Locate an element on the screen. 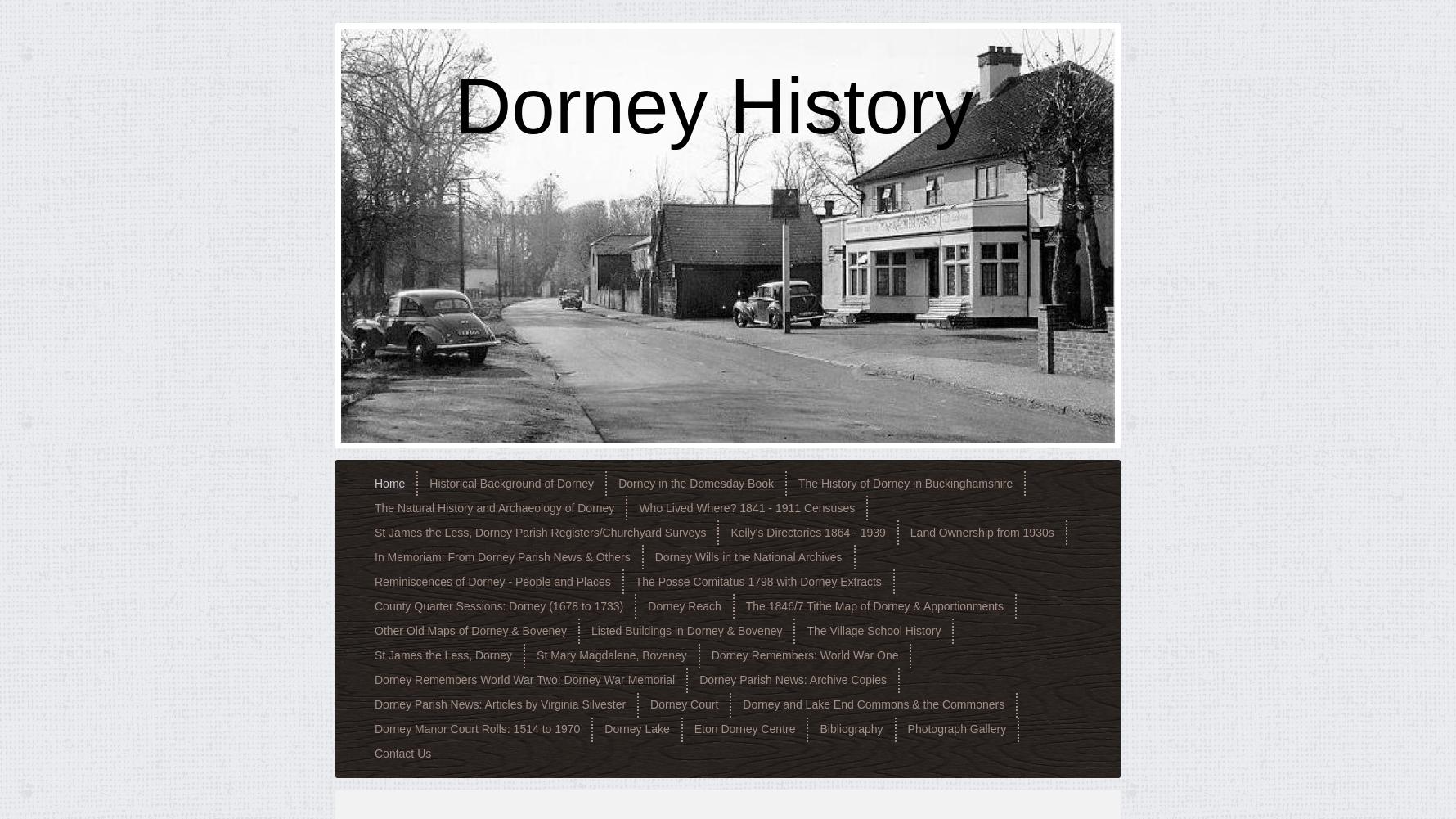 The image size is (1456, 819). 'Historical Background of Dorney' is located at coordinates (511, 482).